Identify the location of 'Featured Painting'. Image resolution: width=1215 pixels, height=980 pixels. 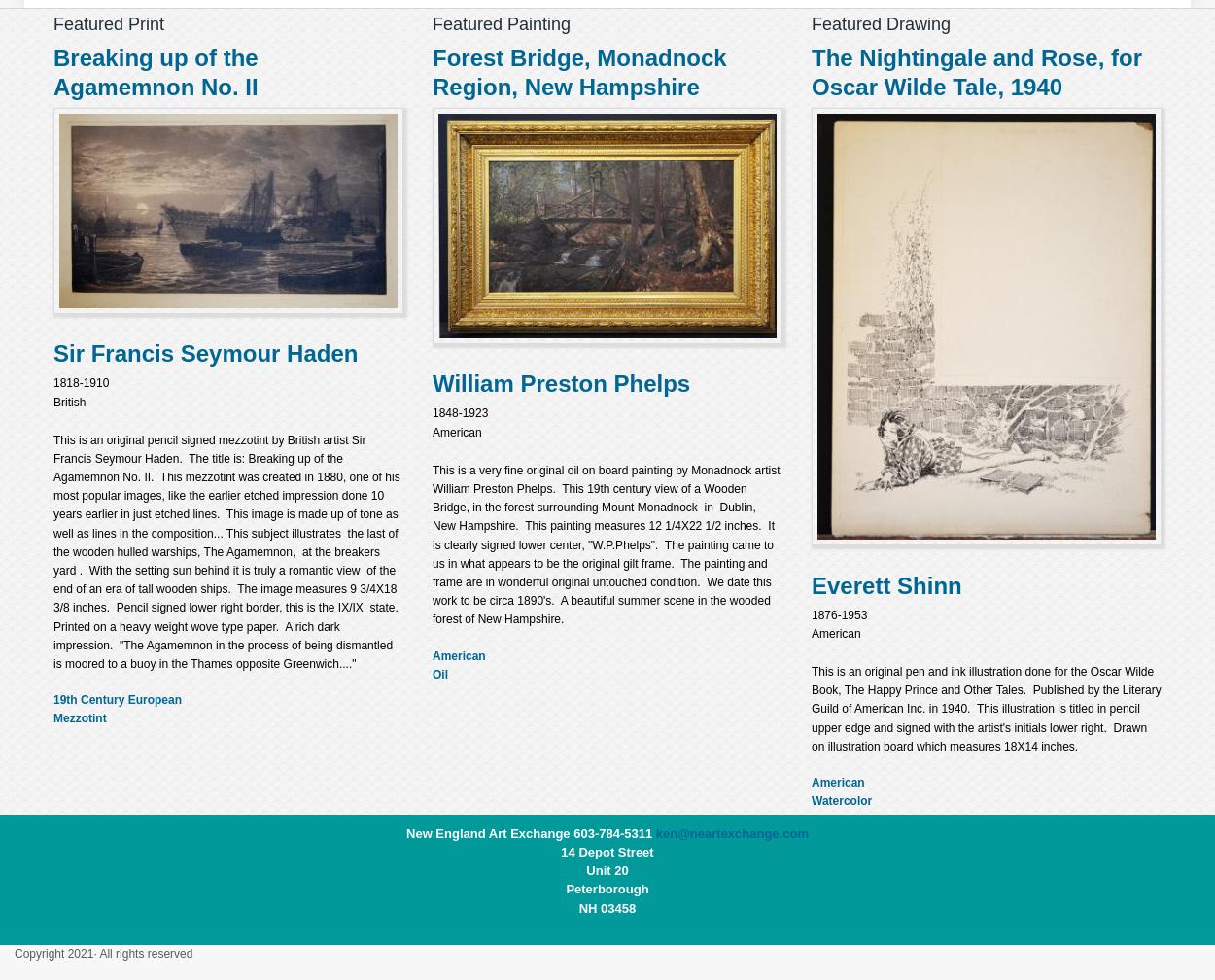
(432, 22).